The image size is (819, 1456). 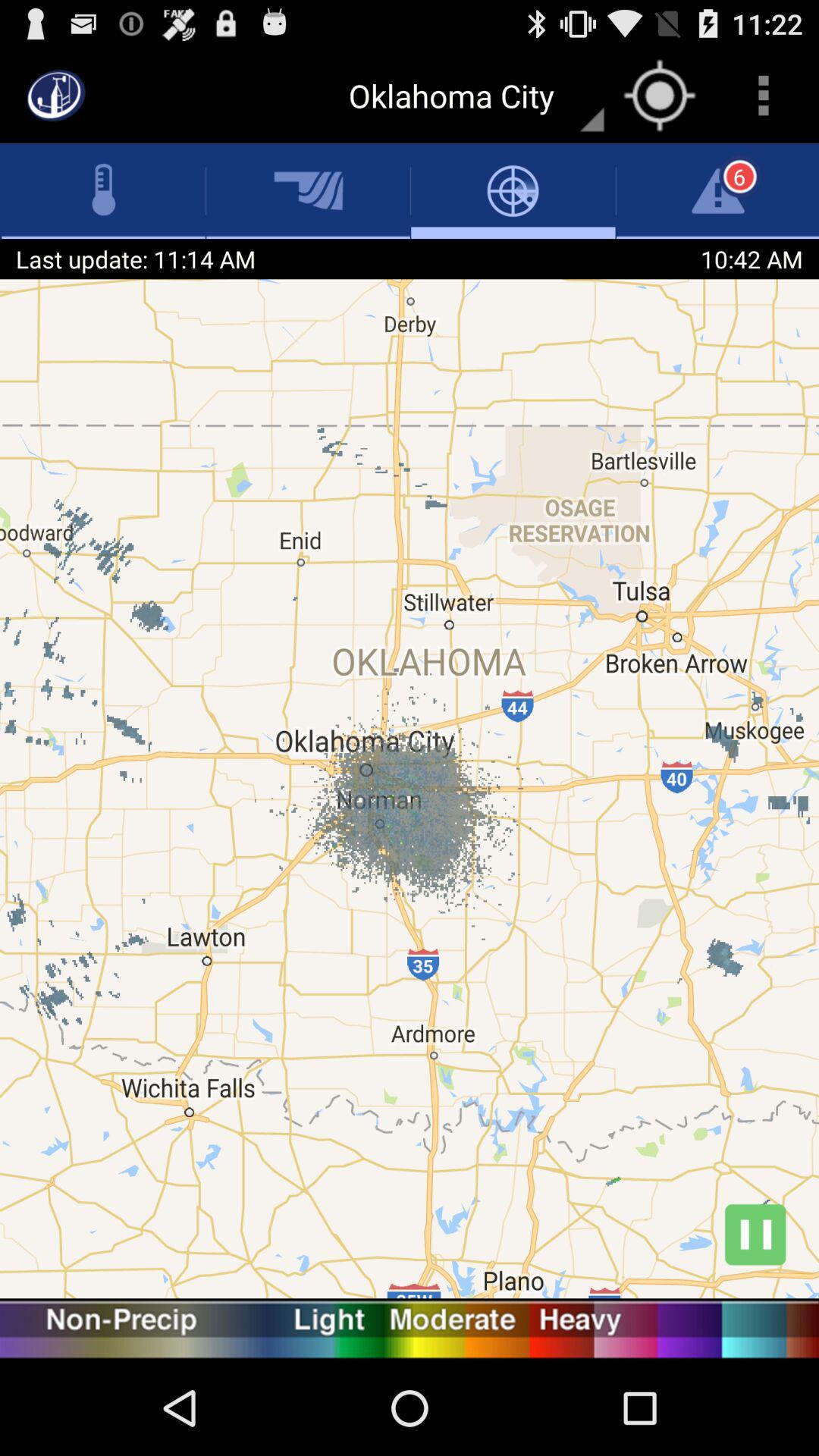 What do you see at coordinates (763, 94) in the screenshot?
I see `options button` at bounding box center [763, 94].